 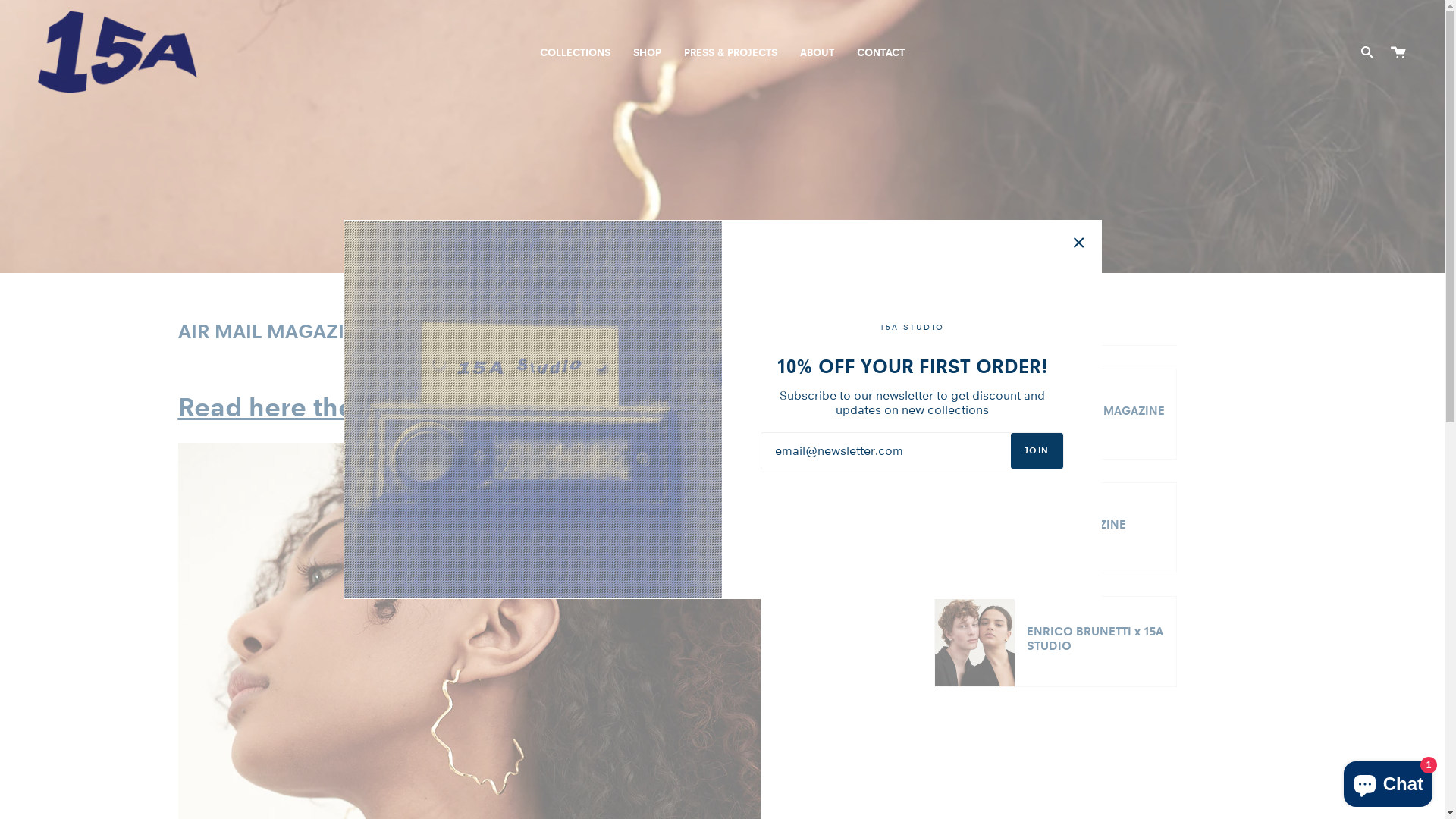 What do you see at coordinates (880, 51) in the screenshot?
I see `'CONTACT'` at bounding box center [880, 51].